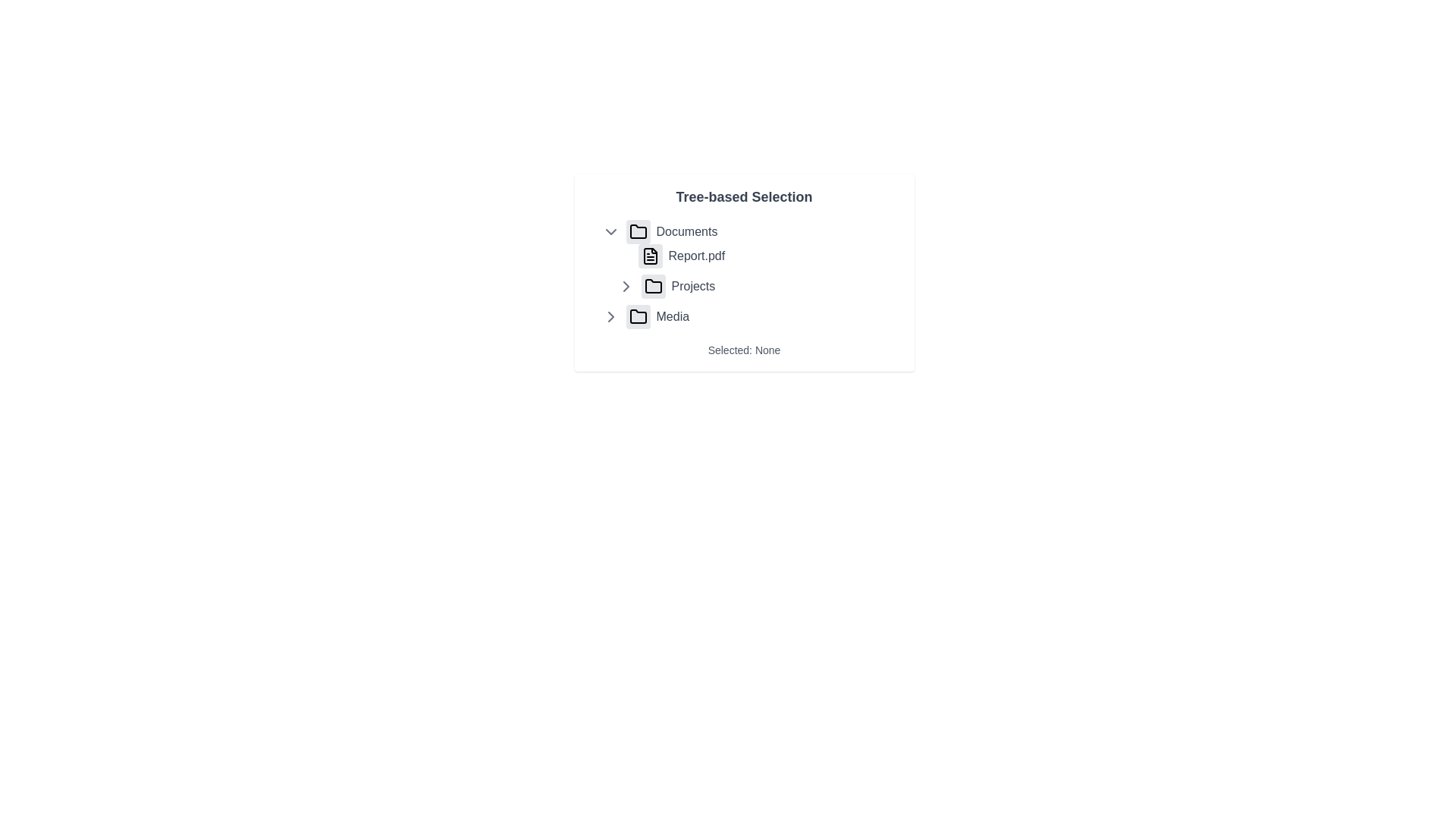 Image resolution: width=1456 pixels, height=819 pixels. Describe the element at coordinates (638, 315) in the screenshot. I see `the folder icon located to the right of the 'Media' label` at that location.